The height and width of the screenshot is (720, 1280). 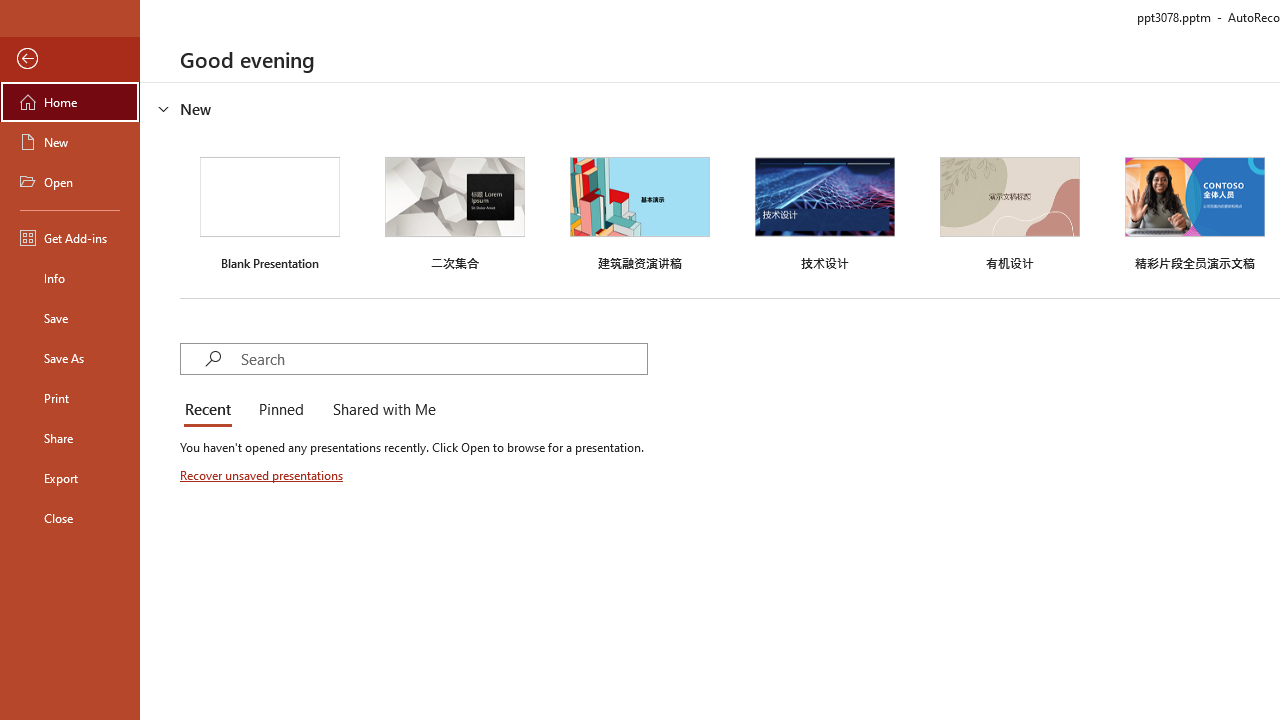 What do you see at coordinates (69, 140) in the screenshot?
I see `'New'` at bounding box center [69, 140].